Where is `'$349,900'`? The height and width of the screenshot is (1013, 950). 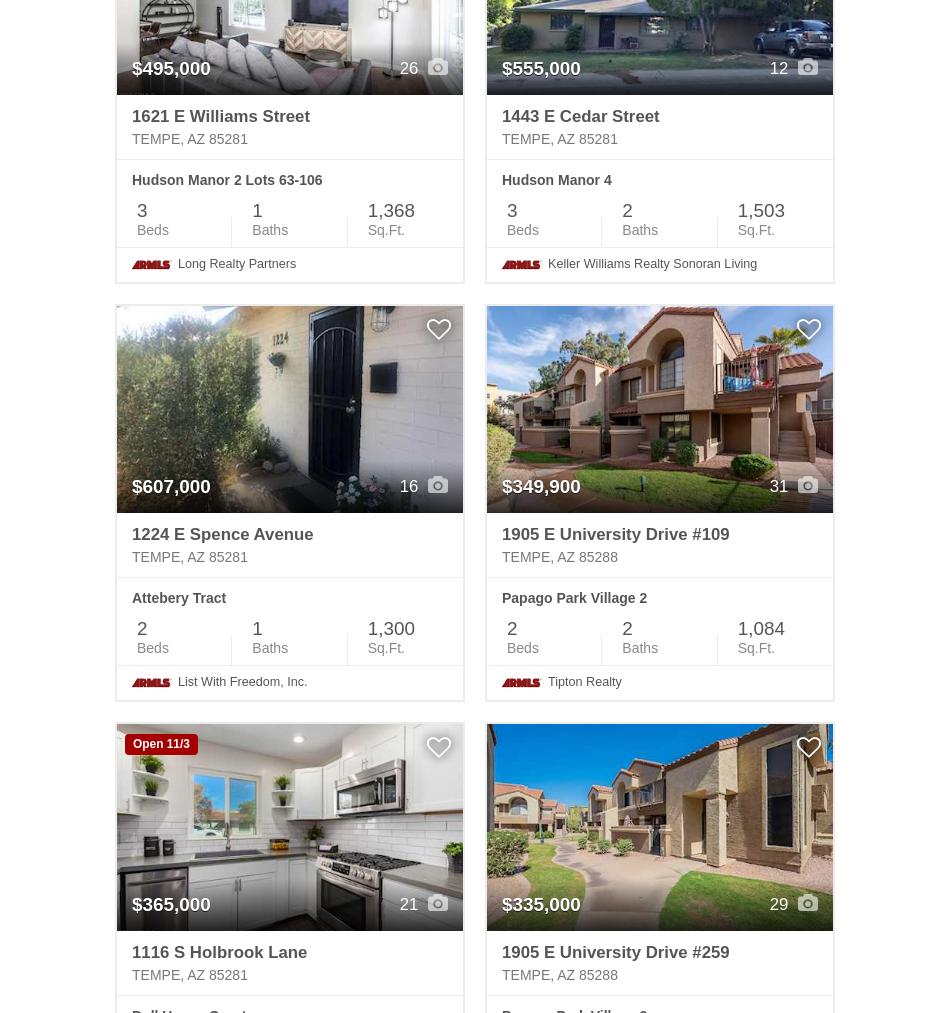
'$349,900' is located at coordinates (541, 485).